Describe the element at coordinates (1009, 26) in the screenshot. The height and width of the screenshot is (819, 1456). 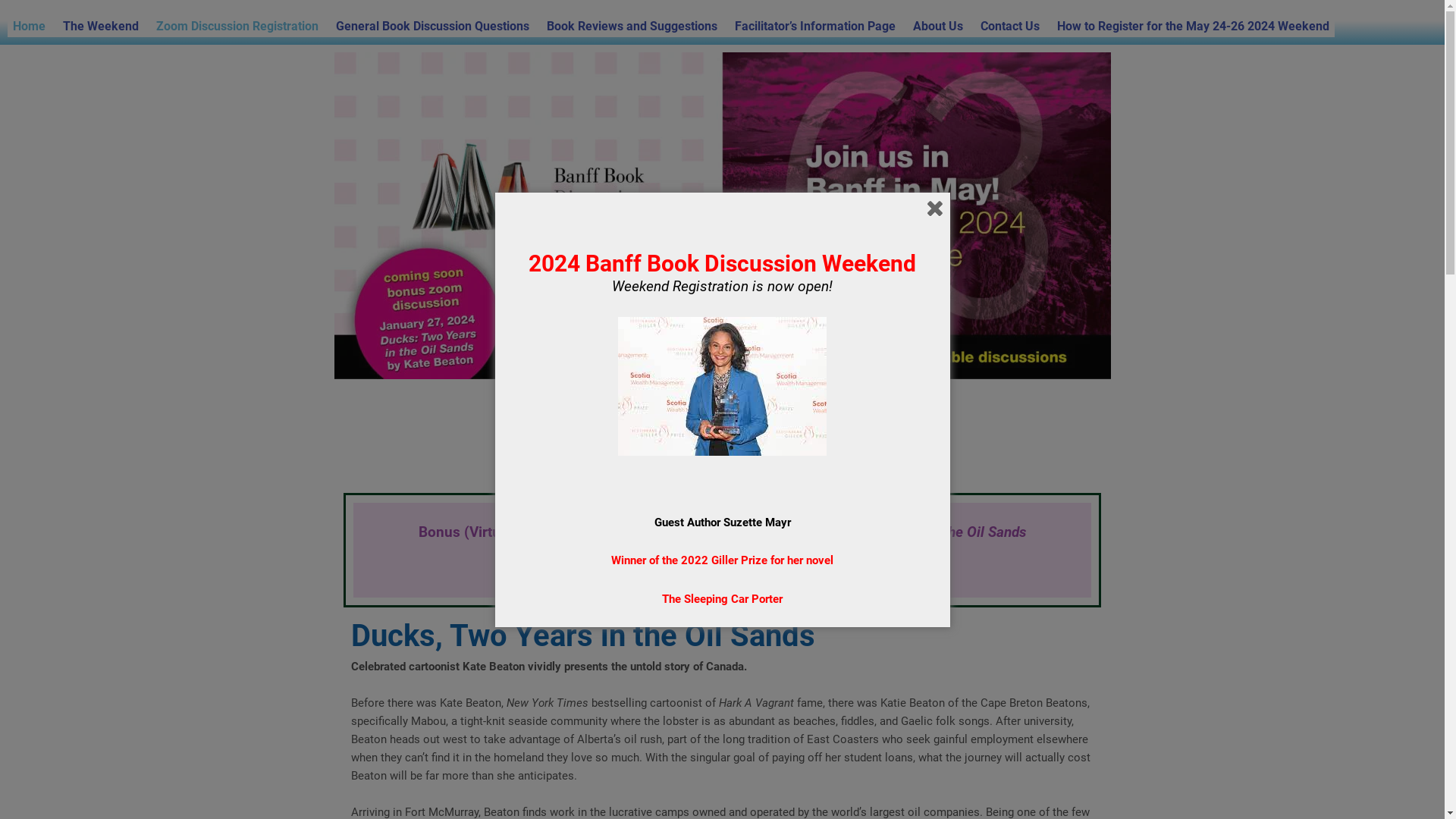
I see `'Contact Us'` at that location.